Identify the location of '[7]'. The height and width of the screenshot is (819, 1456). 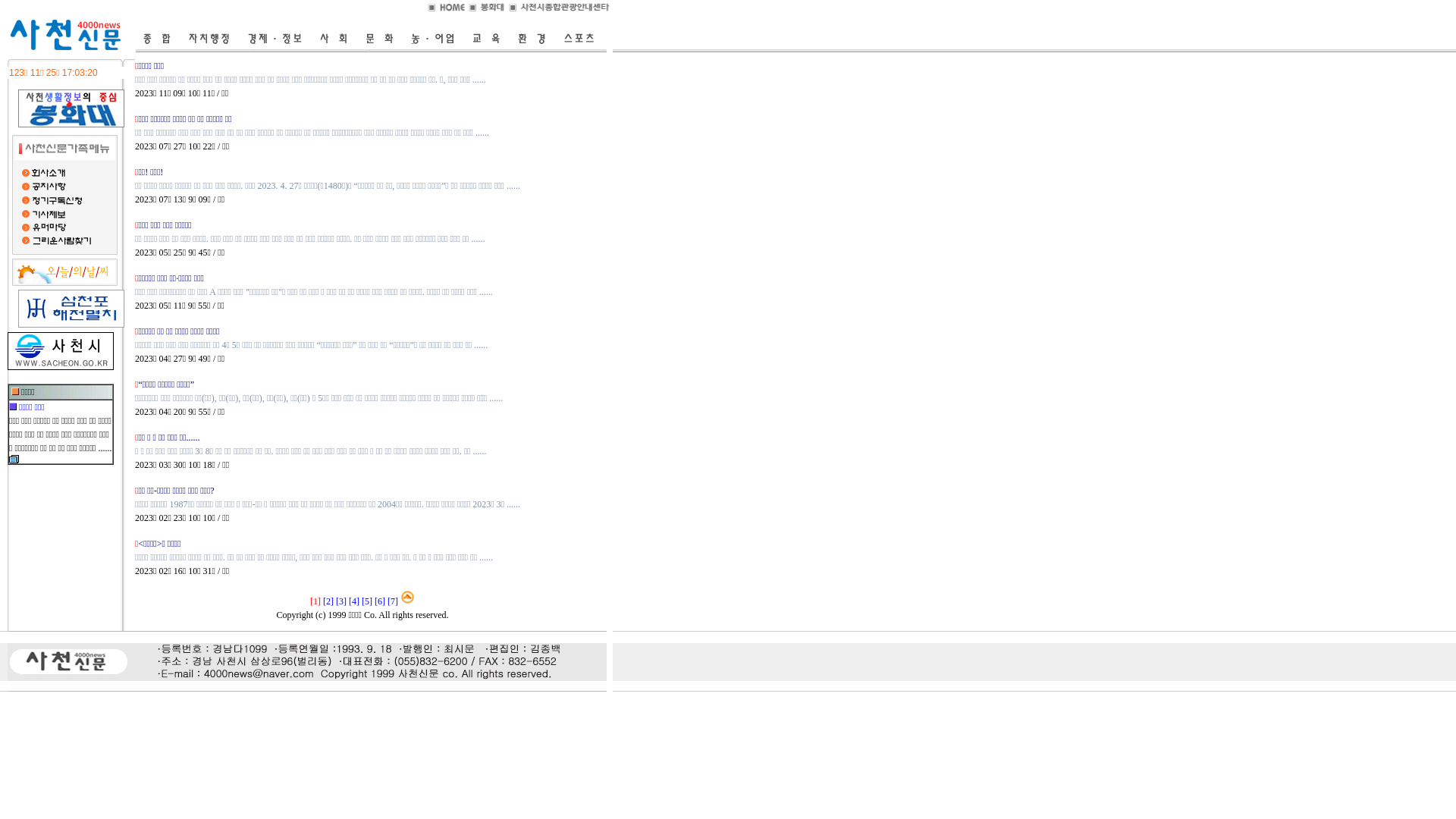
(393, 601).